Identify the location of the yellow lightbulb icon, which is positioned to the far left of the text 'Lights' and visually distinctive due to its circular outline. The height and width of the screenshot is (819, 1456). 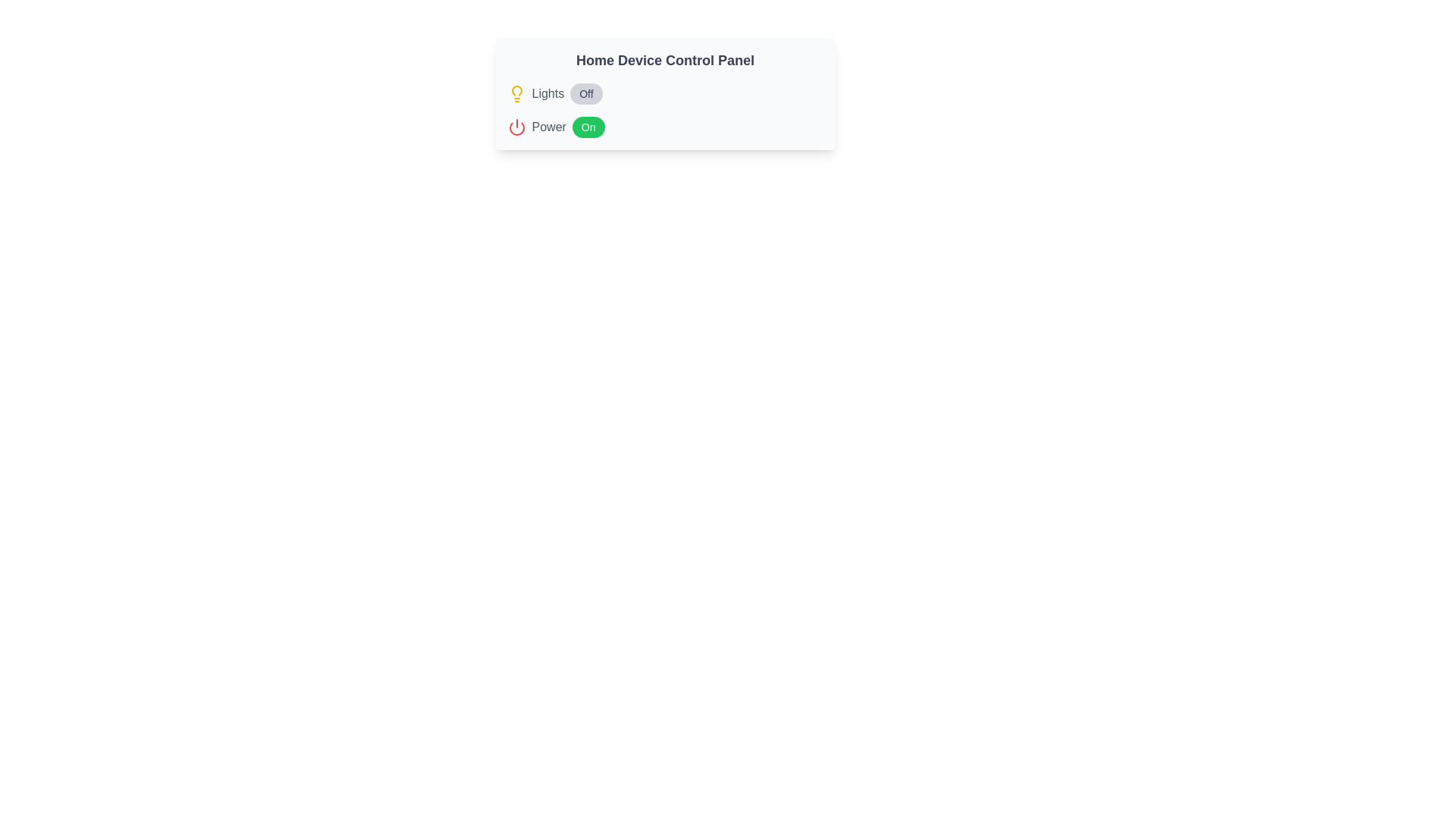
(516, 93).